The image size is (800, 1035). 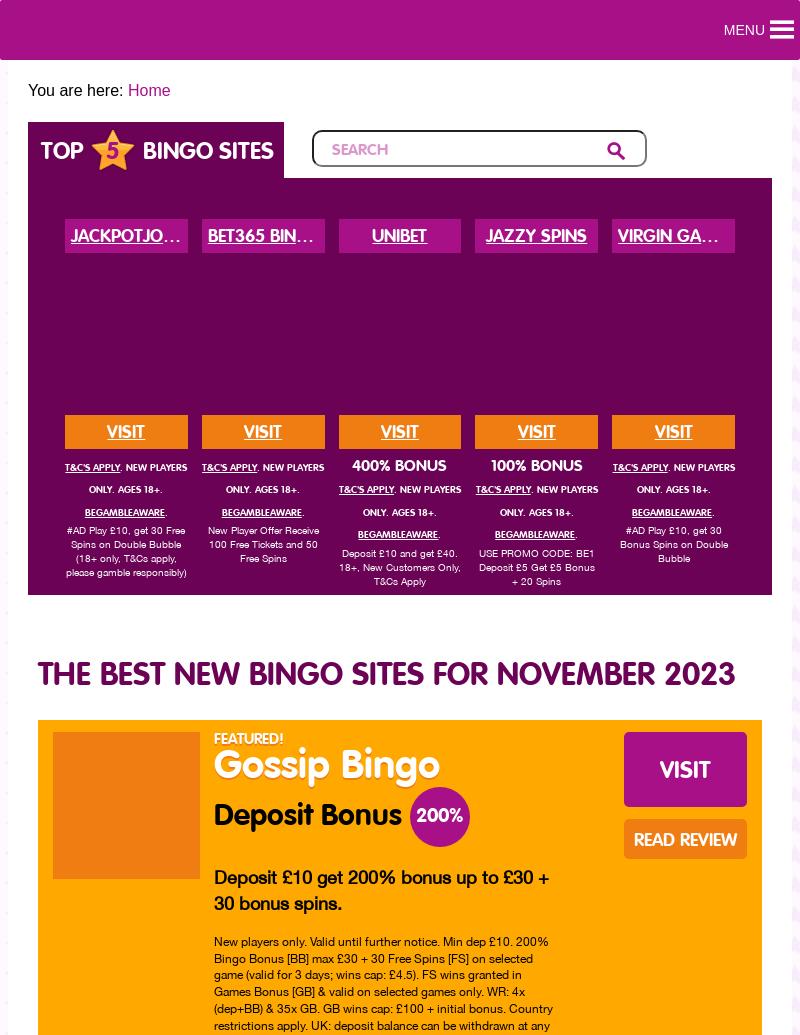 I want to click on 'New Player Offer Receive 100 Free Tickets and 50 Free Spins', so click(x=261, y=542).